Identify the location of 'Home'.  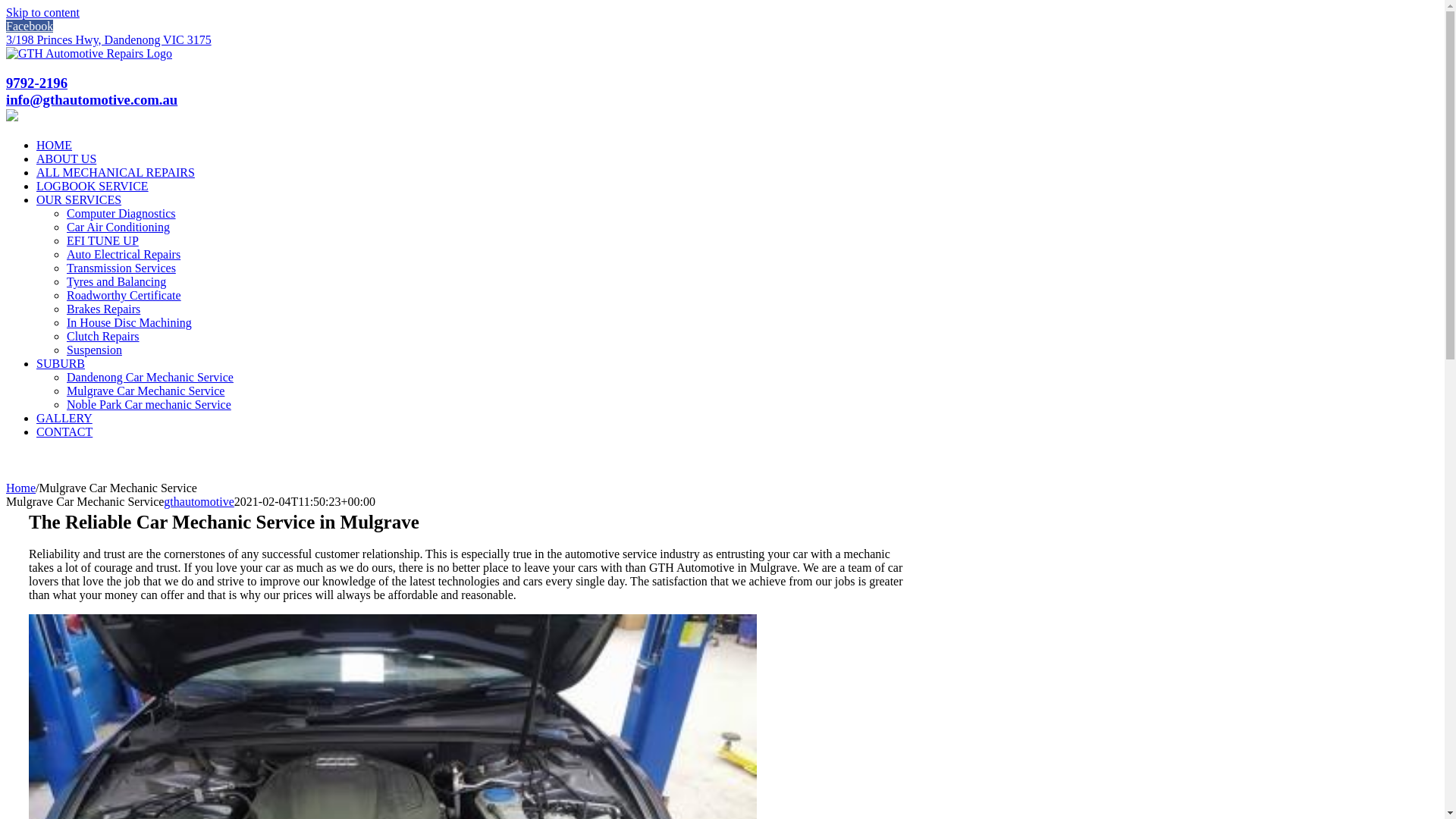
(20, 488).